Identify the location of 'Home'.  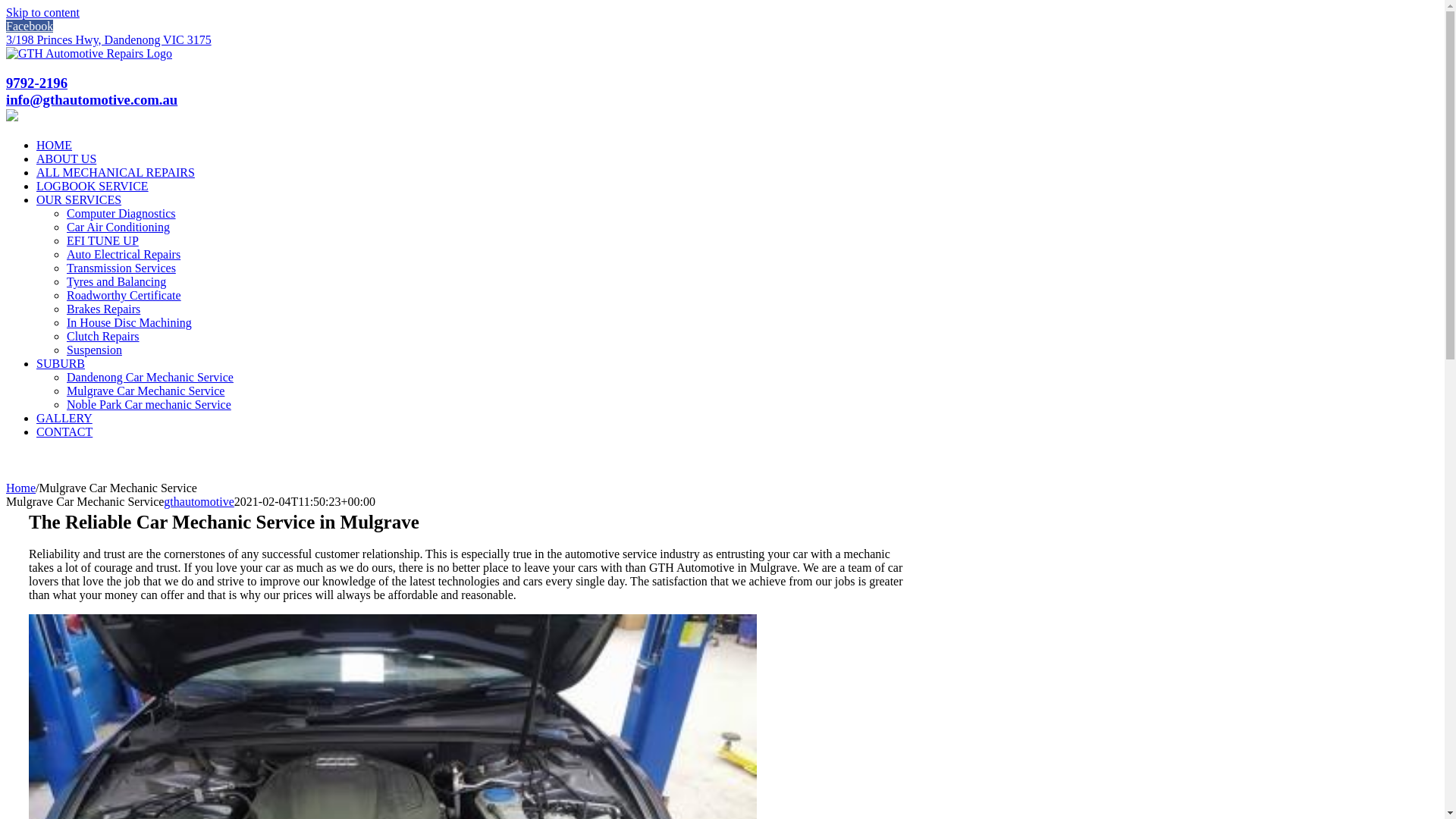
(20, 488).